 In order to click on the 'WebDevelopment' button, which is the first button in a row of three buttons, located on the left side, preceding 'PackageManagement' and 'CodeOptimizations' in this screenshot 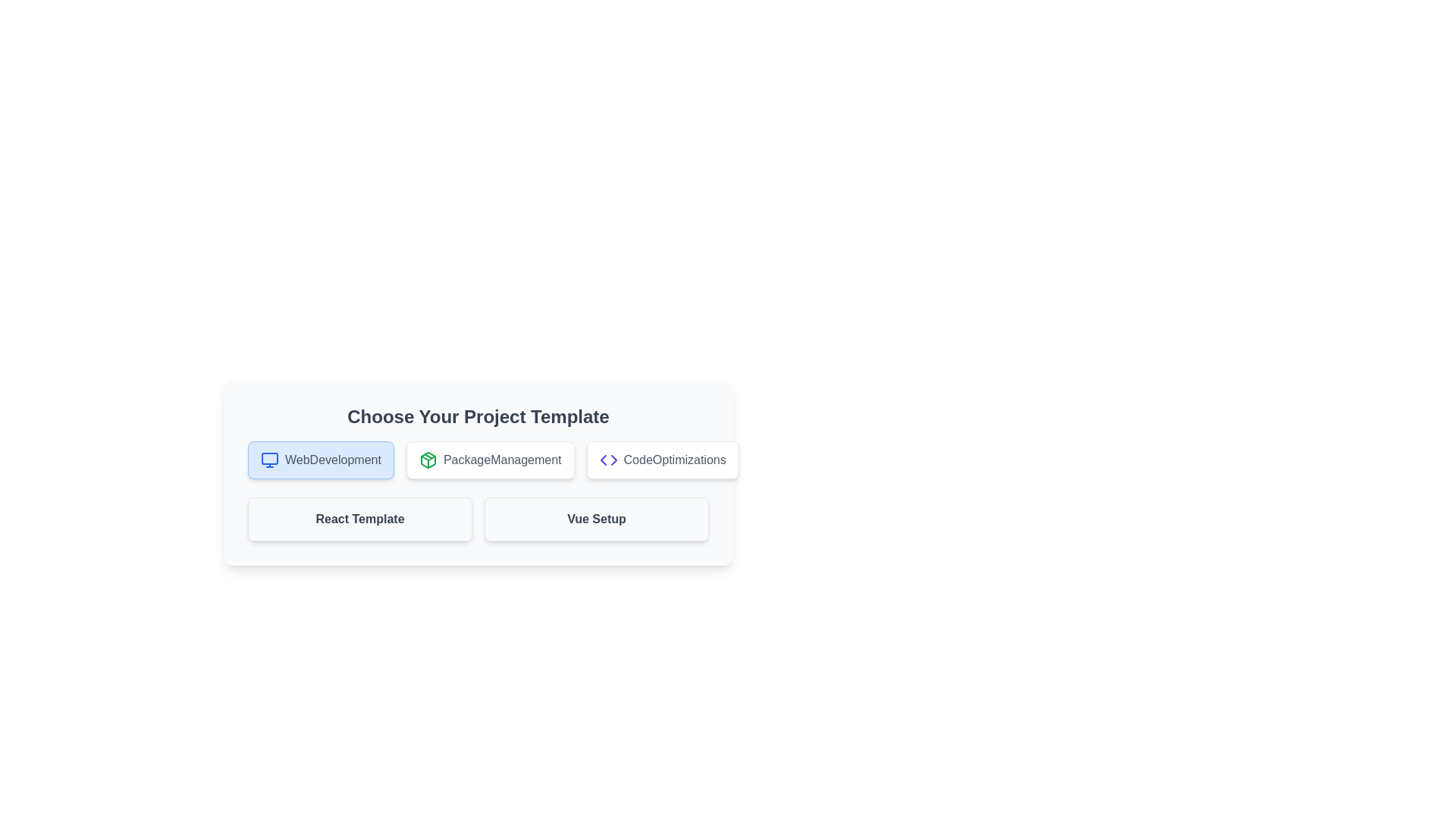, I will do `click(320, 459)`.